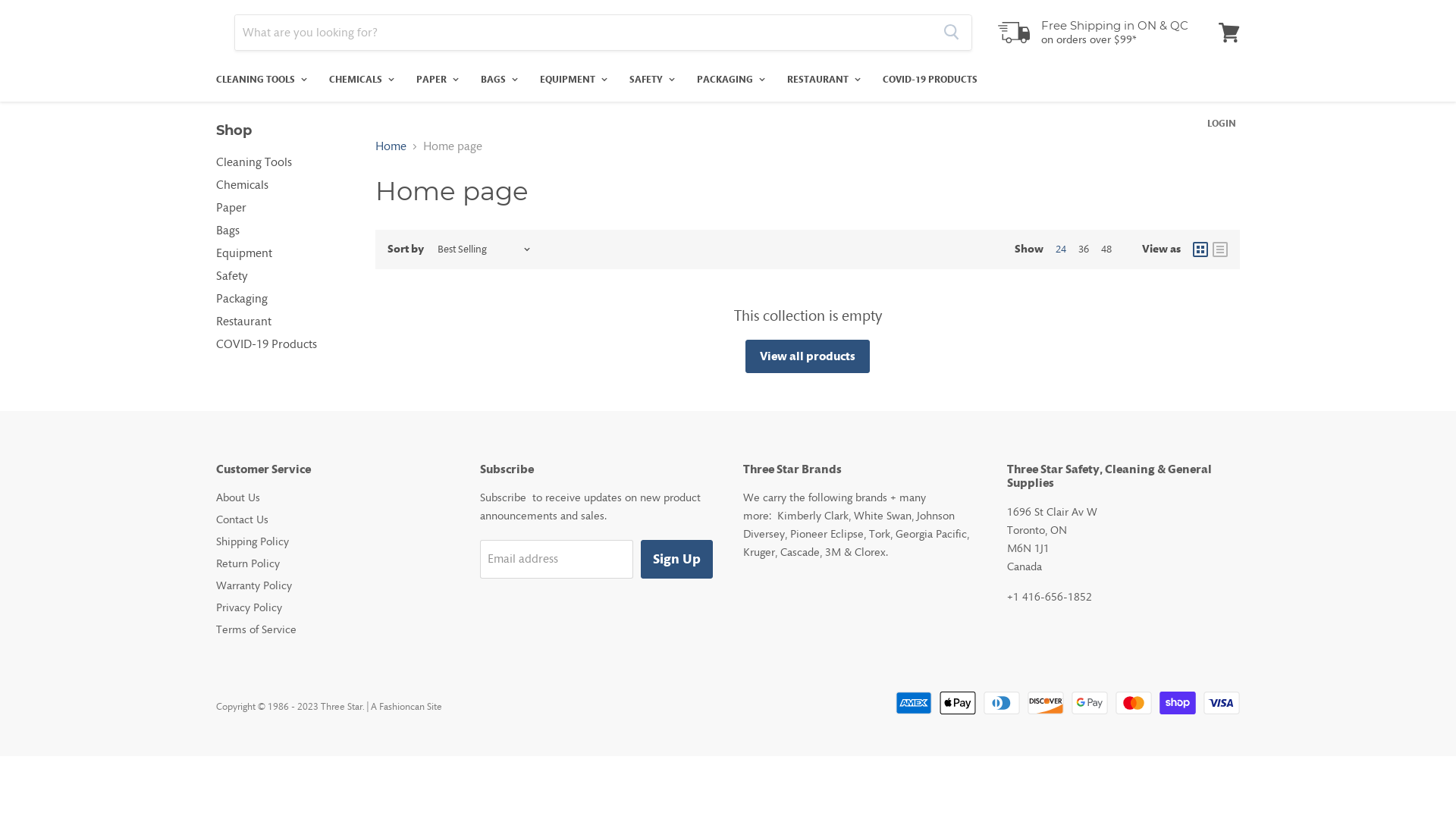 The width and height of the screenshot is (1456, 819). I want to click on 'Return Policy', so click(215, 563).